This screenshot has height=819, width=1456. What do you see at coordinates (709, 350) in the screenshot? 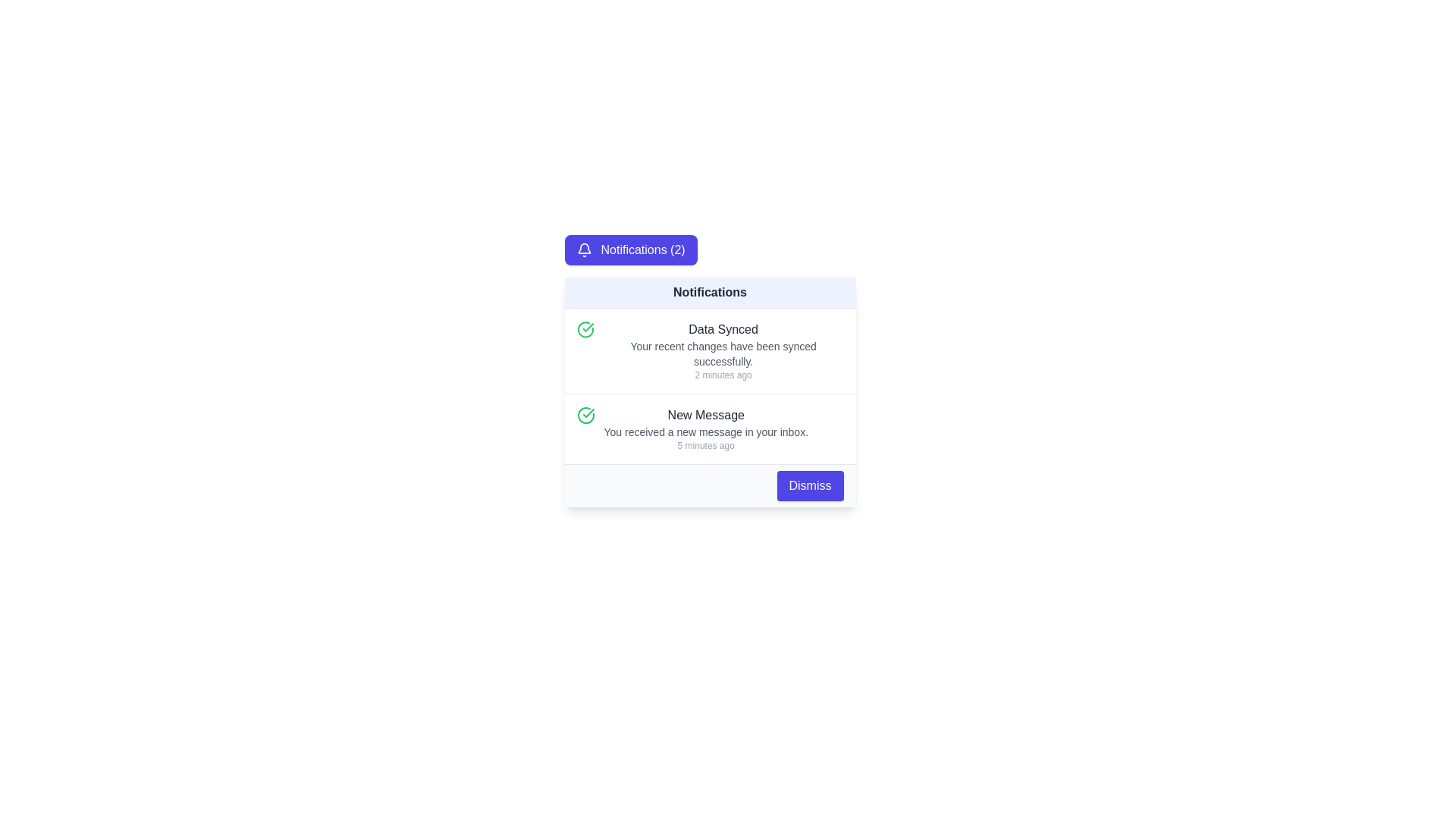
I see `notification message displaying the title 'Data Synced' and the text 'Your recent changes have been synced successfully.'` at bounding box center [709, 350].